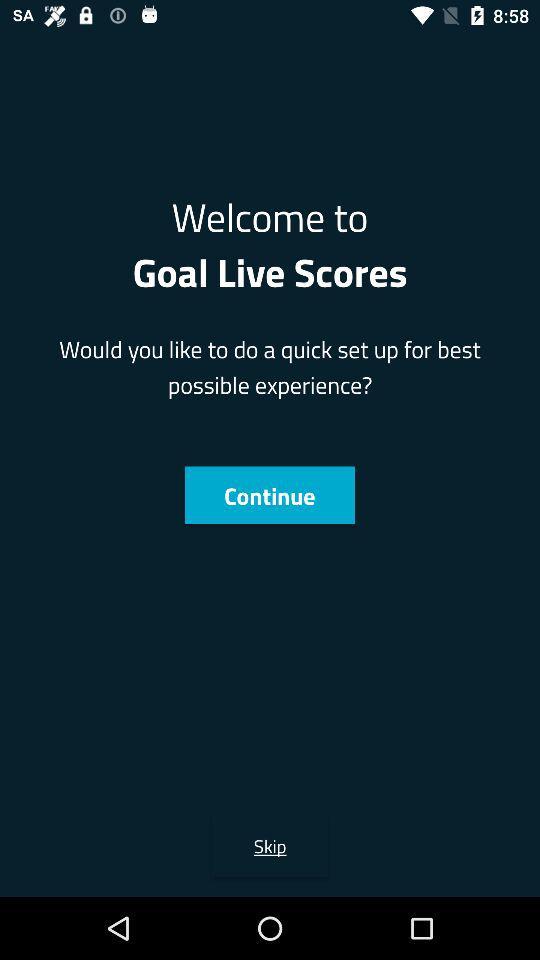 This screenshot has width=540, height=960. Describe the element at coordinates (270, 844) in the screenshot. I see `the skip` at that location.